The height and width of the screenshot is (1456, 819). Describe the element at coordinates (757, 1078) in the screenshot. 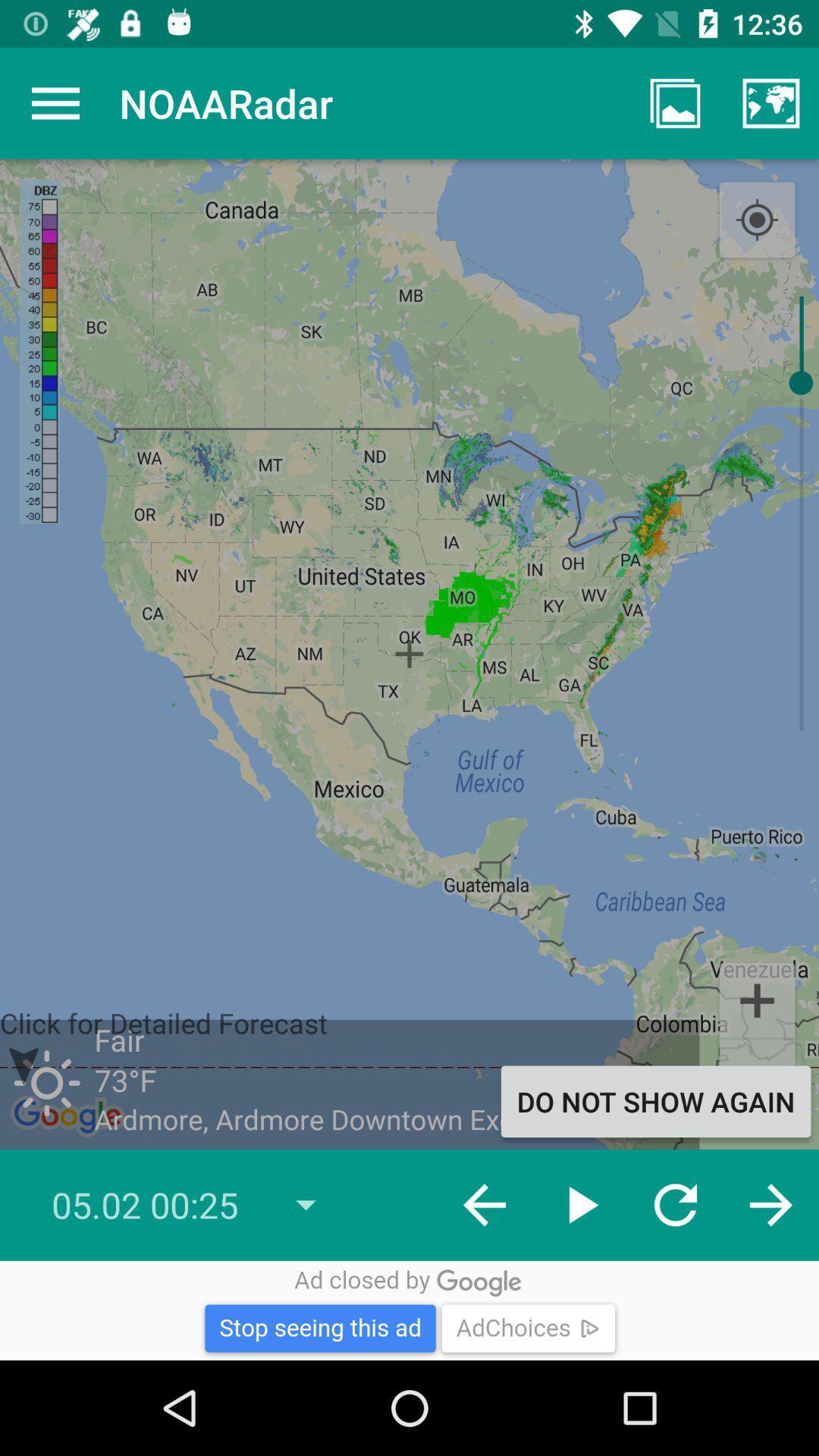

I see `the videocam icon` at that location.